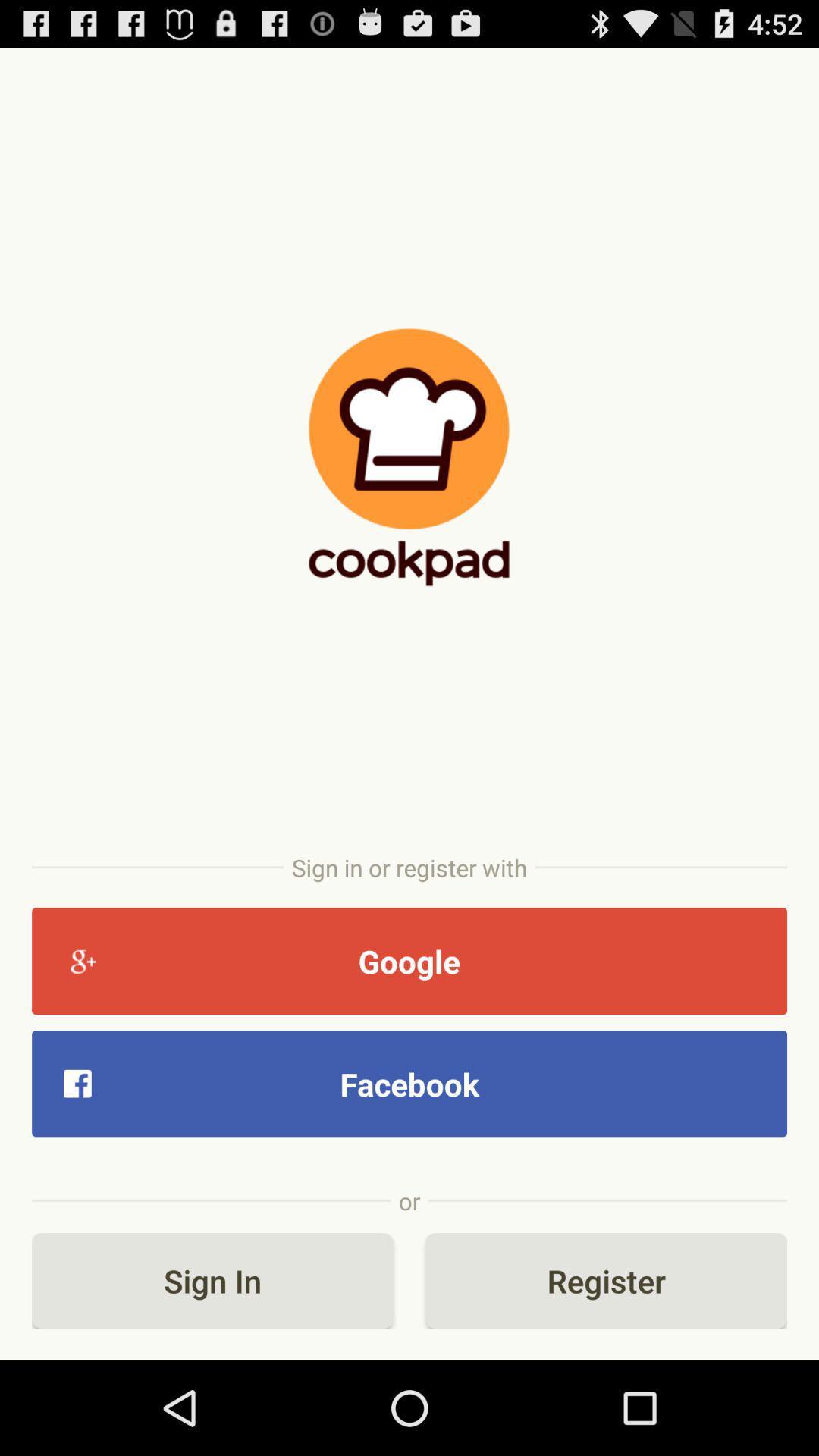 Image resolution: width=819 pixels, height=1456 pixels. I want to click on the icon above or icon, so click(409, 1083).